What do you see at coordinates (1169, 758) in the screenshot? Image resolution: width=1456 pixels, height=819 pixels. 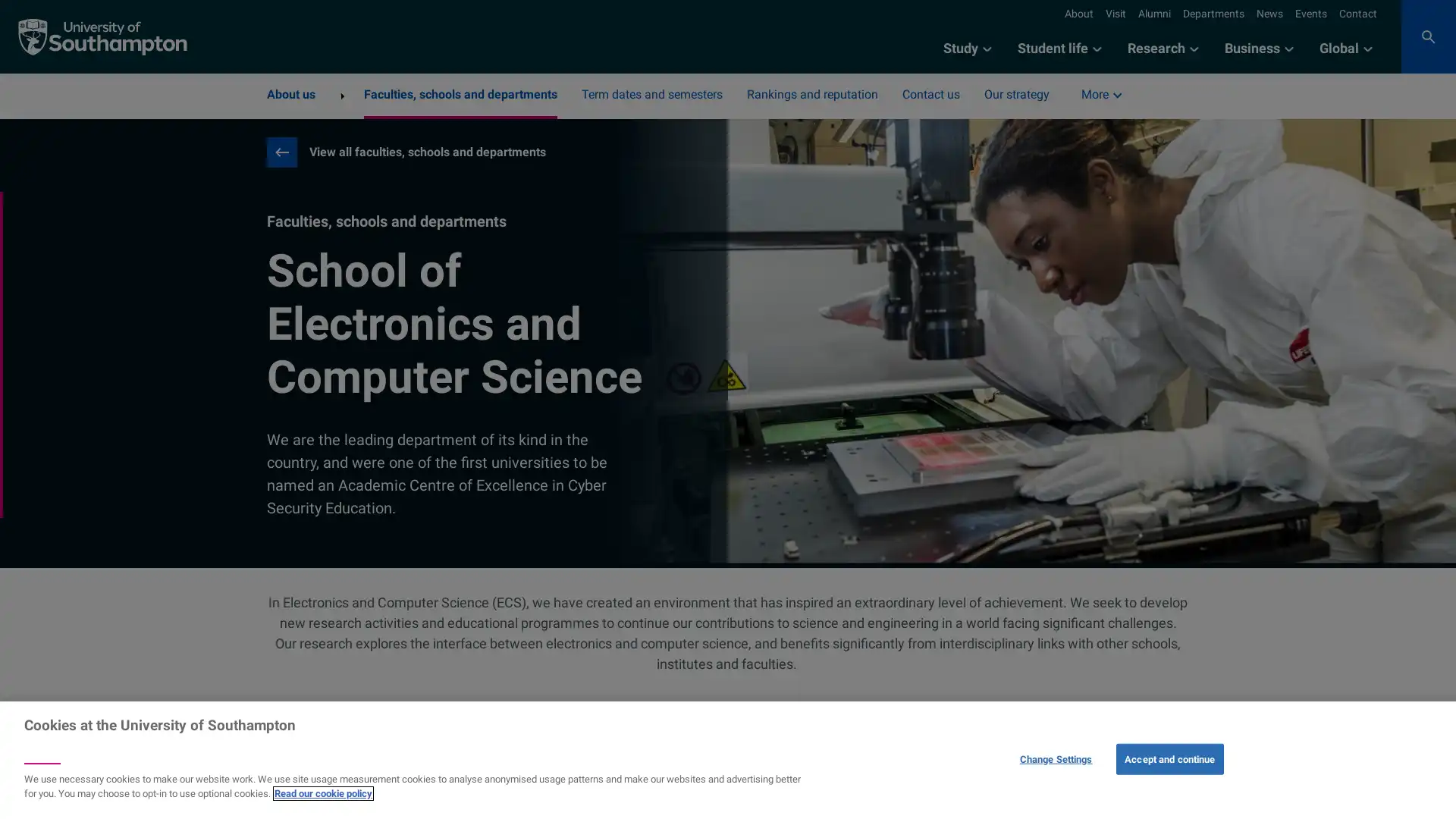 I see `Accept and continue` at bounding box center [1169, 758].